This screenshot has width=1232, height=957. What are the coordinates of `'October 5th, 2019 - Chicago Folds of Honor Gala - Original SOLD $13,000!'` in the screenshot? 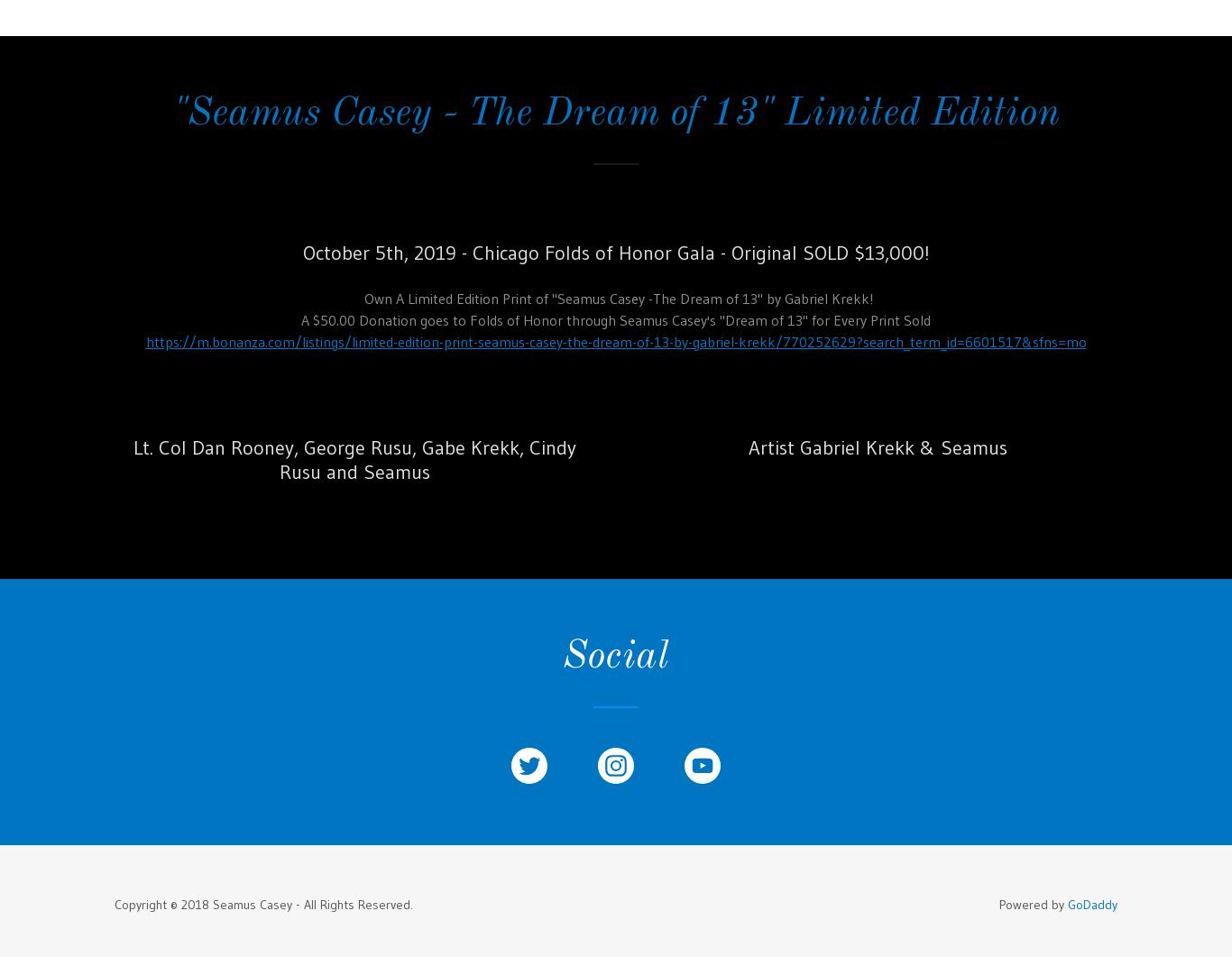 It's located at (614, 252).